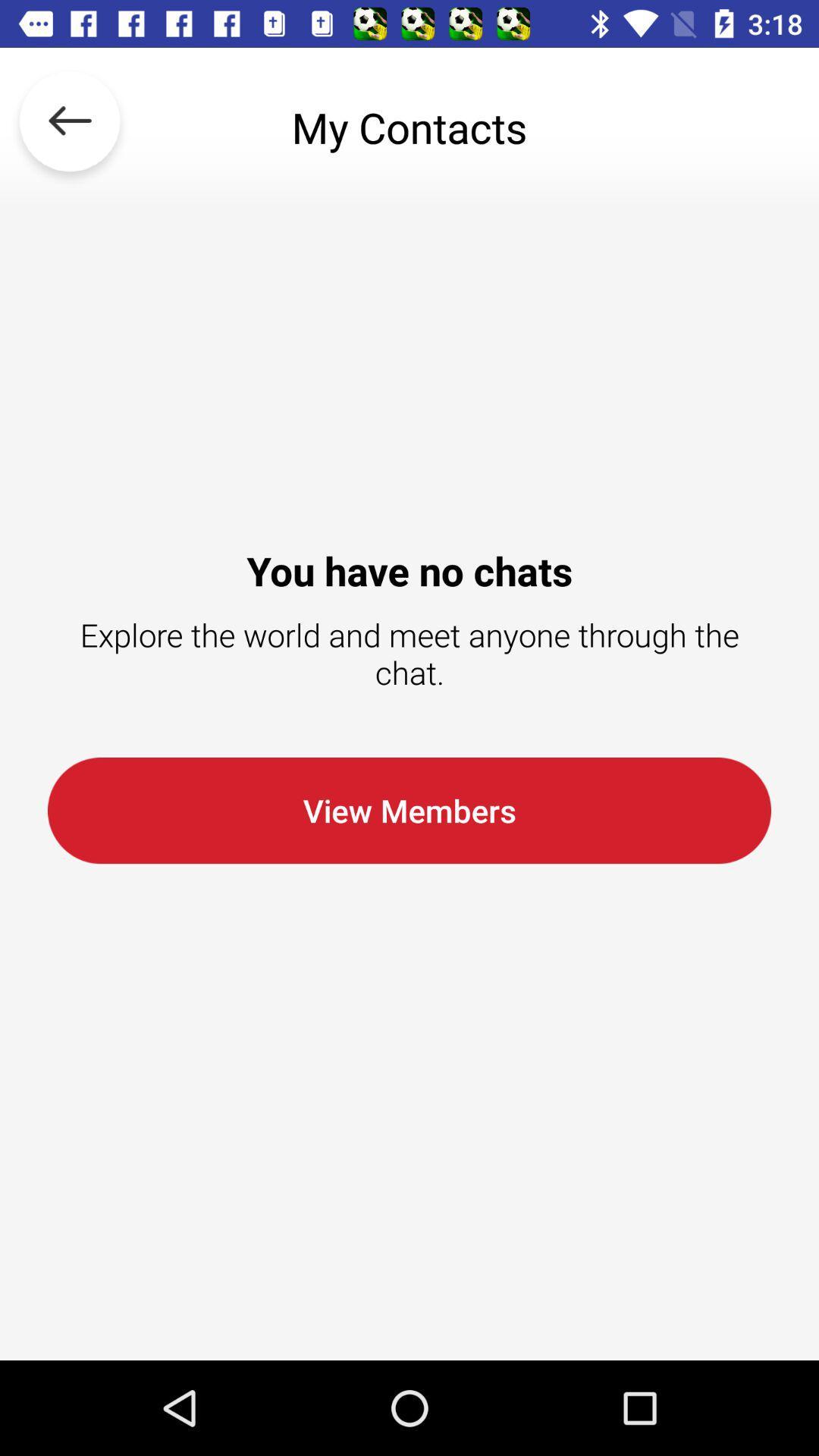 The height and width of the screenshot is (1456, 819). Describe the element at coordinates (409, 810) in the screenshot. I see `view members item` at that location.